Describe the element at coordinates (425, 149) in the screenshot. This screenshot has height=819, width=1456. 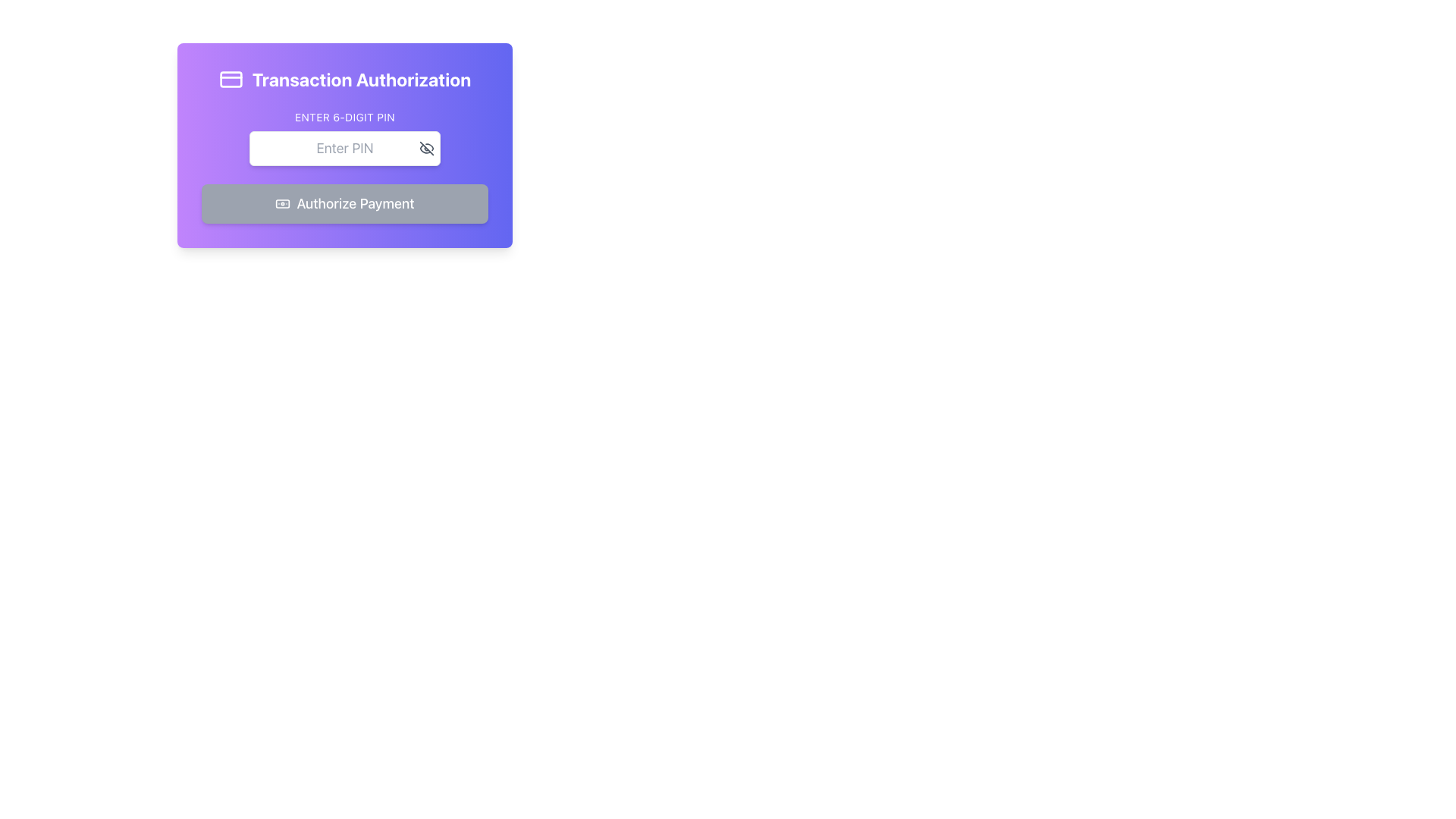
I see `the eye-off icon button located inside the PIN input field` at that location.